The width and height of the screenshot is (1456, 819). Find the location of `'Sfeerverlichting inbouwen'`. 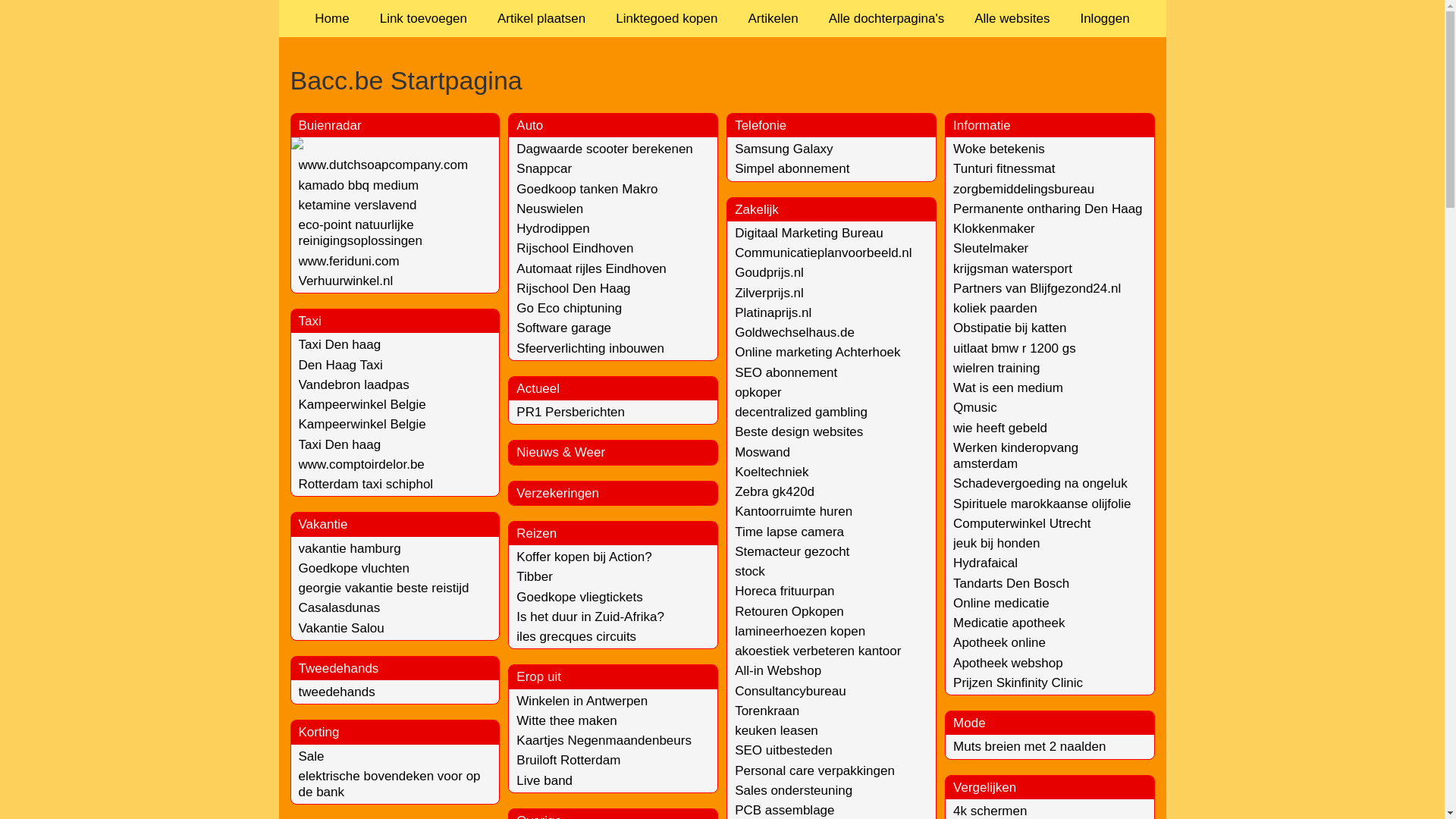

'Sfeerverlichting inbouwen' is located at coordinates (589, 348).